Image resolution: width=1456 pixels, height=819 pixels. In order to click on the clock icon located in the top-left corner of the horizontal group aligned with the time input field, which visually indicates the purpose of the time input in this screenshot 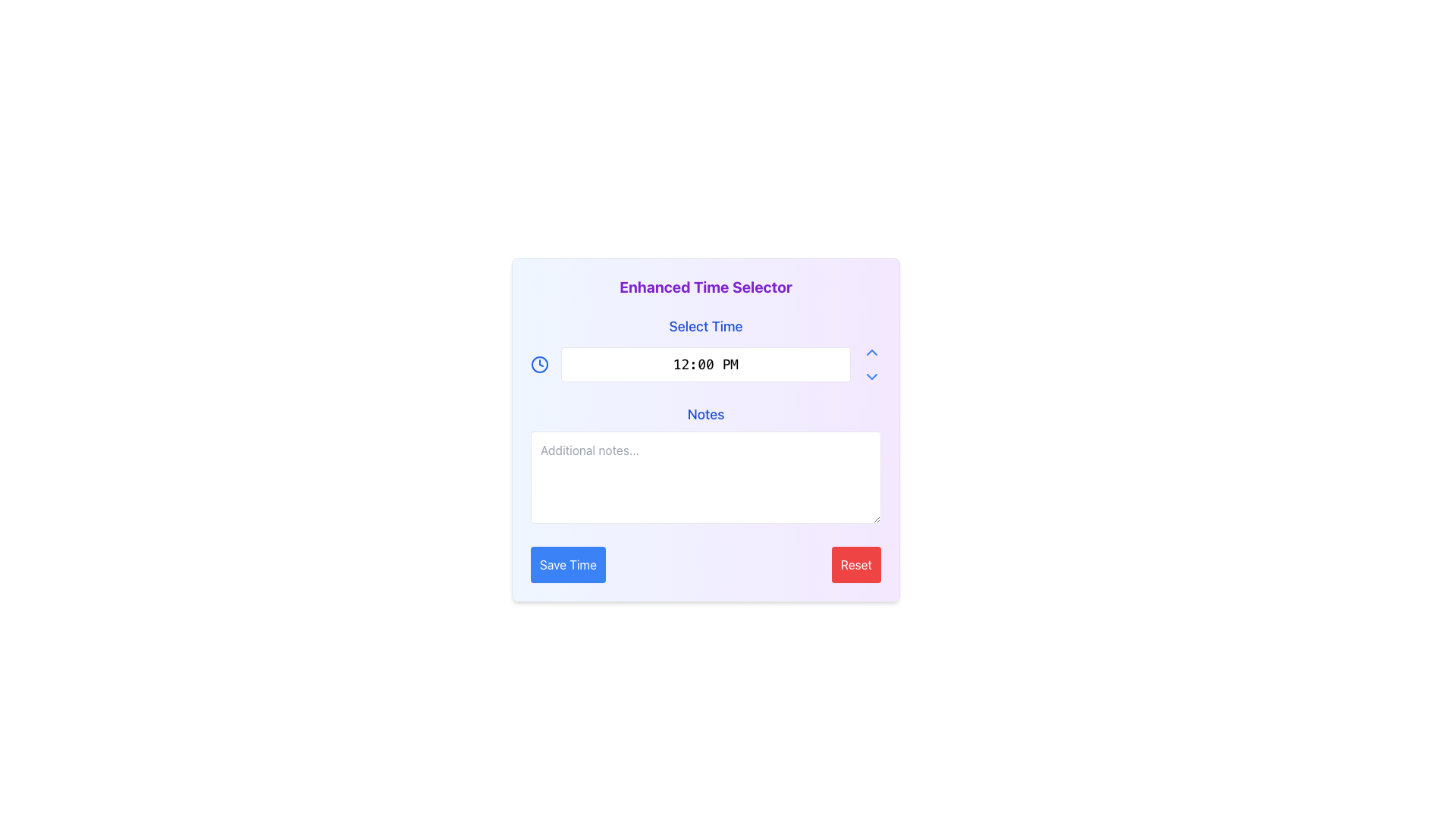, I will do `click(539, 365)`.